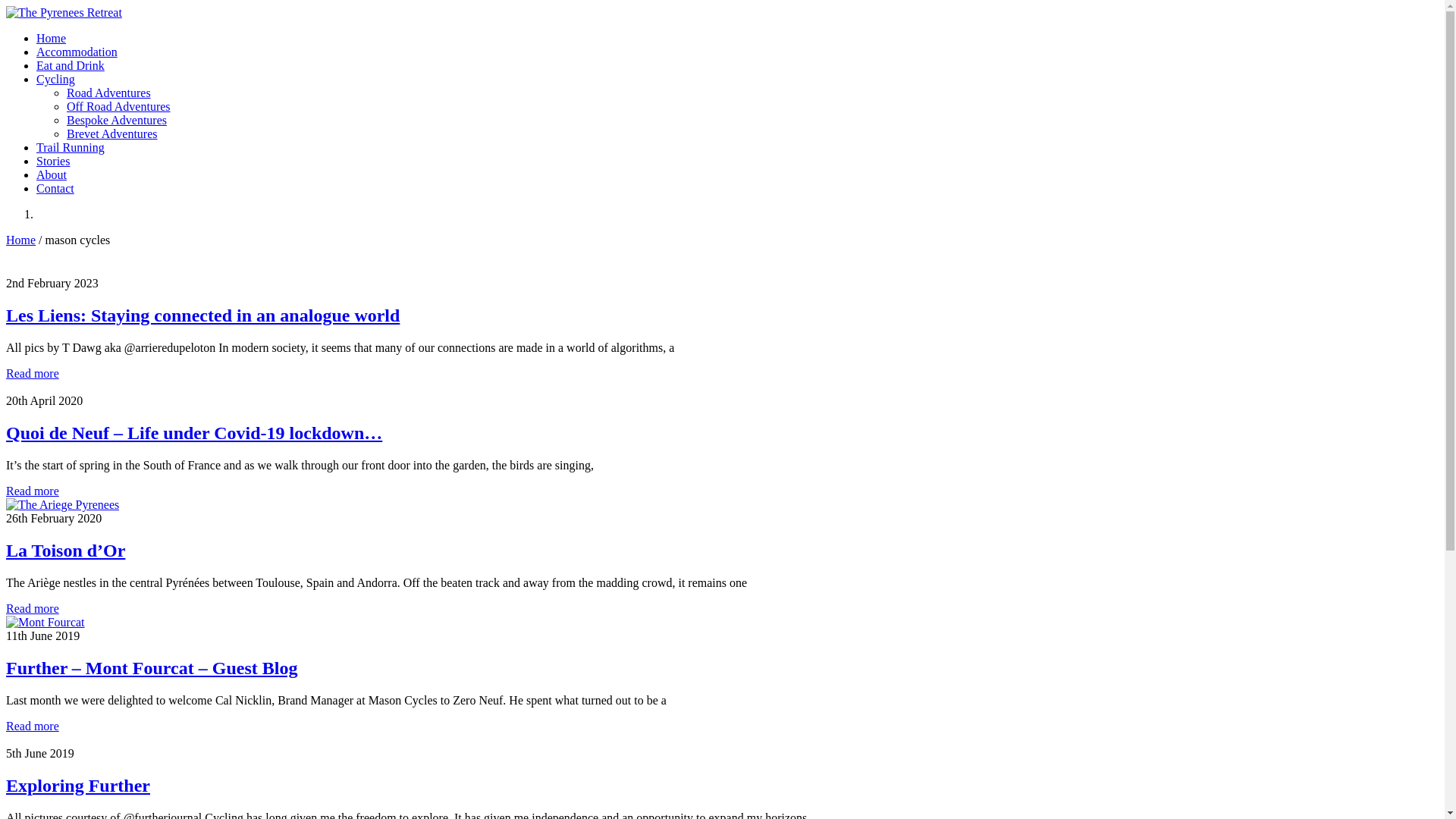  Describe the element at coordinates (36, 51) in the screenshot. I see `'Accommodation'` at that location.